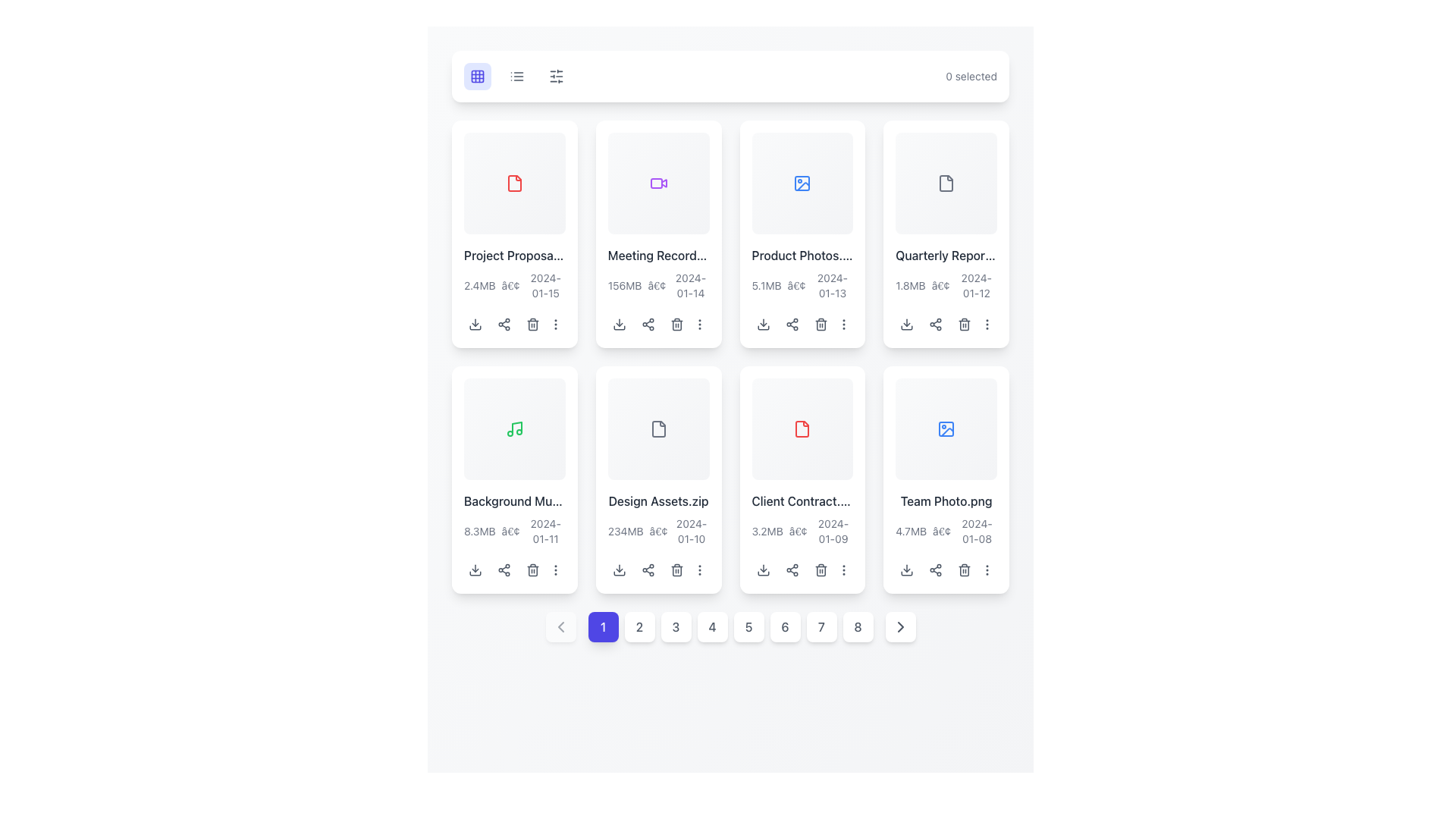  Describe the element at coordinates (946, 500) in the screenshot. I see `the text label displaying the file name 'Team Photo.png' located near the bottom of the card in the second row and last column of the grid layout` at that location.